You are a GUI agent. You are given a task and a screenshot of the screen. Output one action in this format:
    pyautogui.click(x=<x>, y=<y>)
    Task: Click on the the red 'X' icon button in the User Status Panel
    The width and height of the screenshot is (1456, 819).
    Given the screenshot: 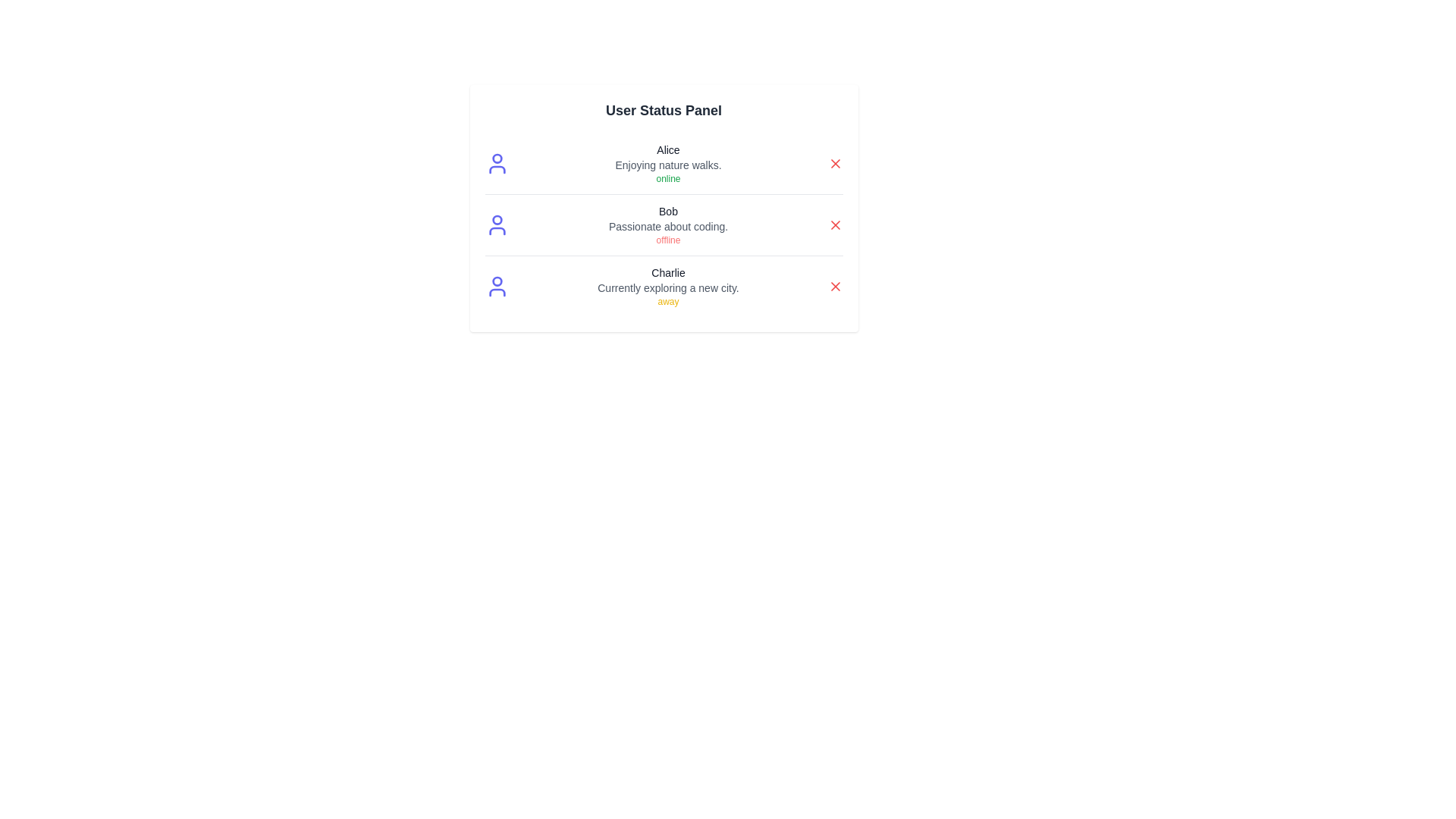 What is the action you would take?
    pyautogui.click(x=834, y=287)
    